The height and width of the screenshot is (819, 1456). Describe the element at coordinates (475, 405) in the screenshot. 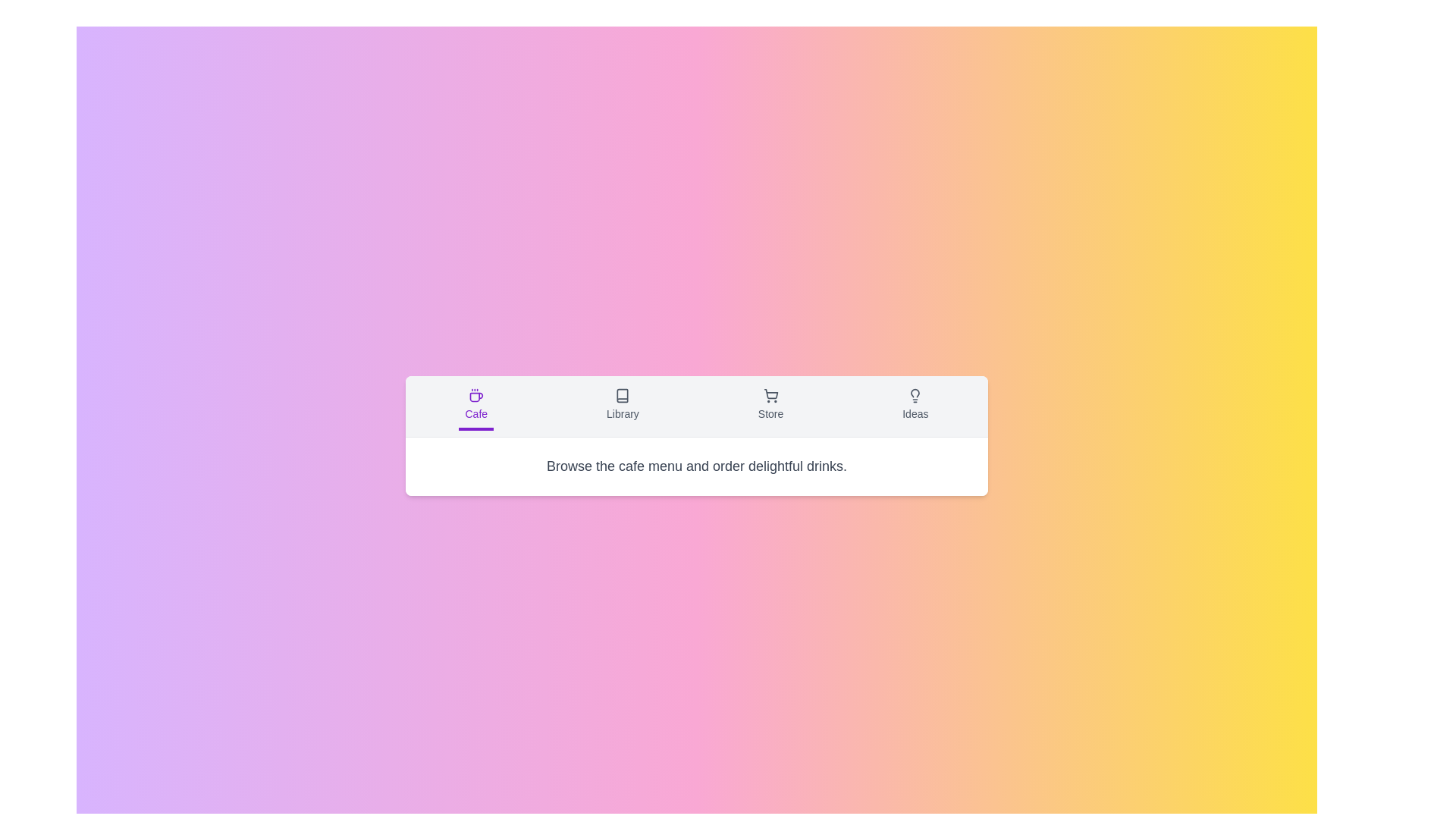

I see `the navigation button that accesses the 'Cafe' section, located first in the horizontal navigation bar to the left of 'Library', 'Store', and 'Ideas'` at that location.